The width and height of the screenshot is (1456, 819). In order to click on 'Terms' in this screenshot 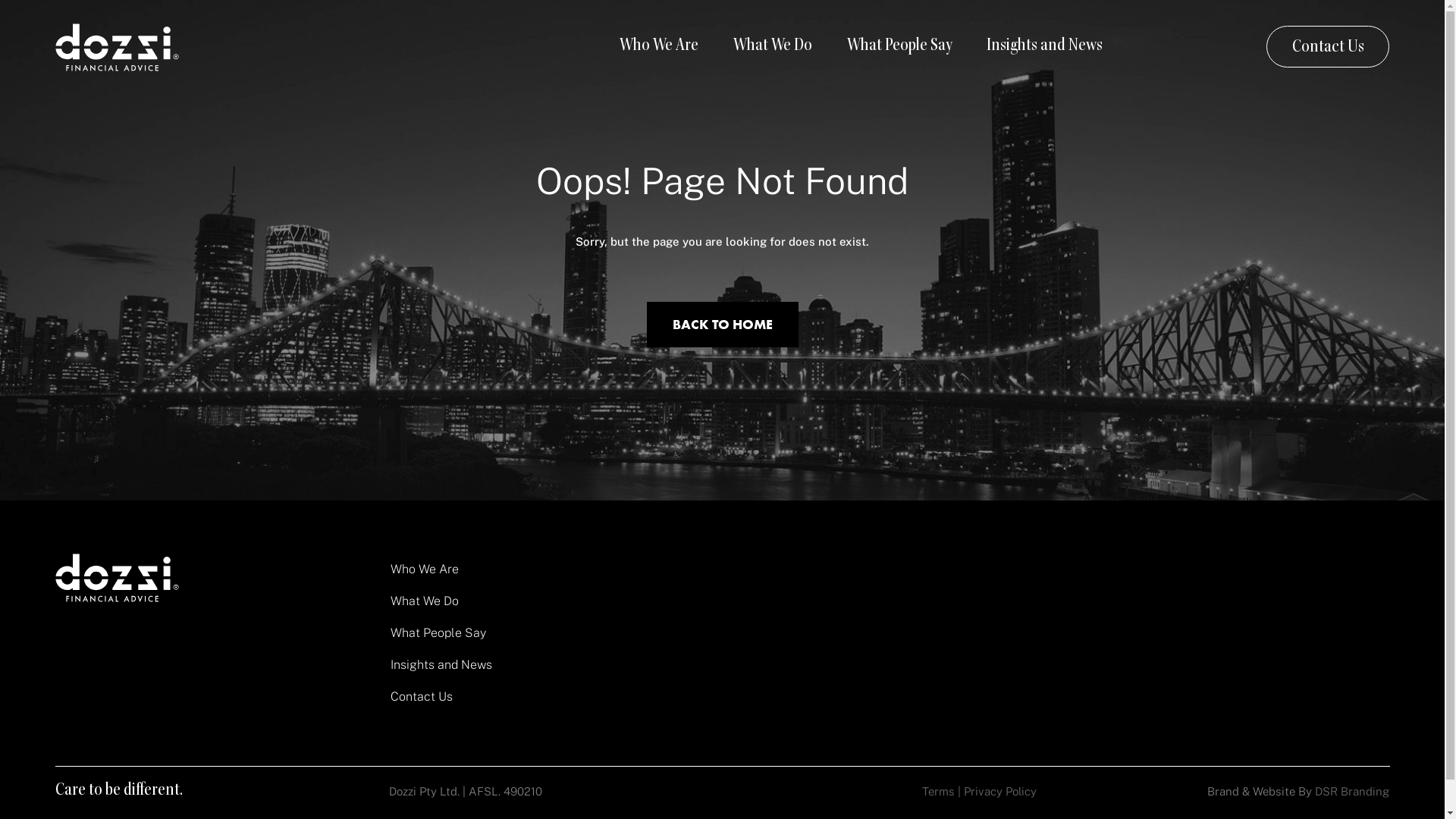, I will do `click(937, 790)`.